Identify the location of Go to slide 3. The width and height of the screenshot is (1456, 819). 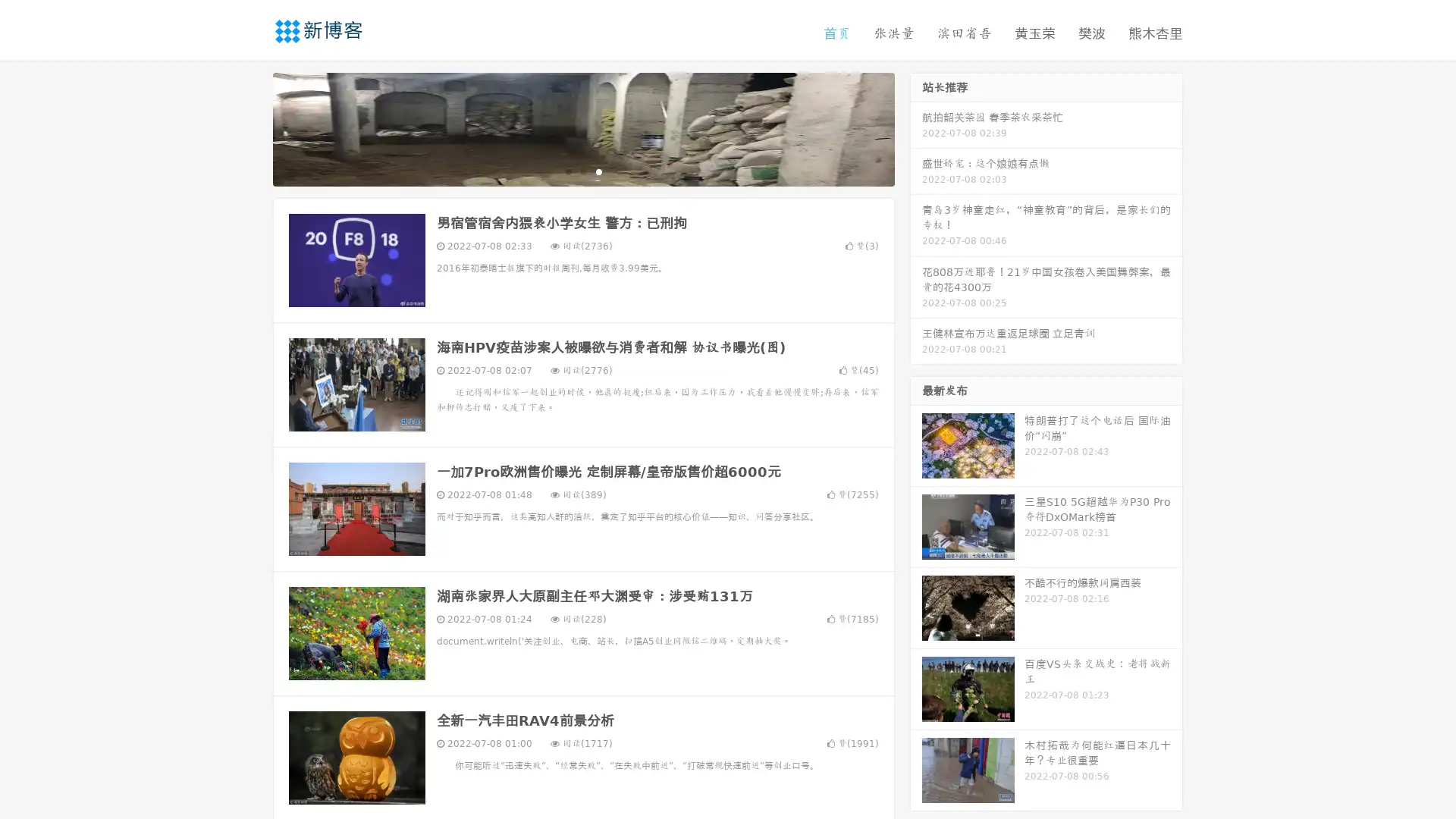
(598, 171).